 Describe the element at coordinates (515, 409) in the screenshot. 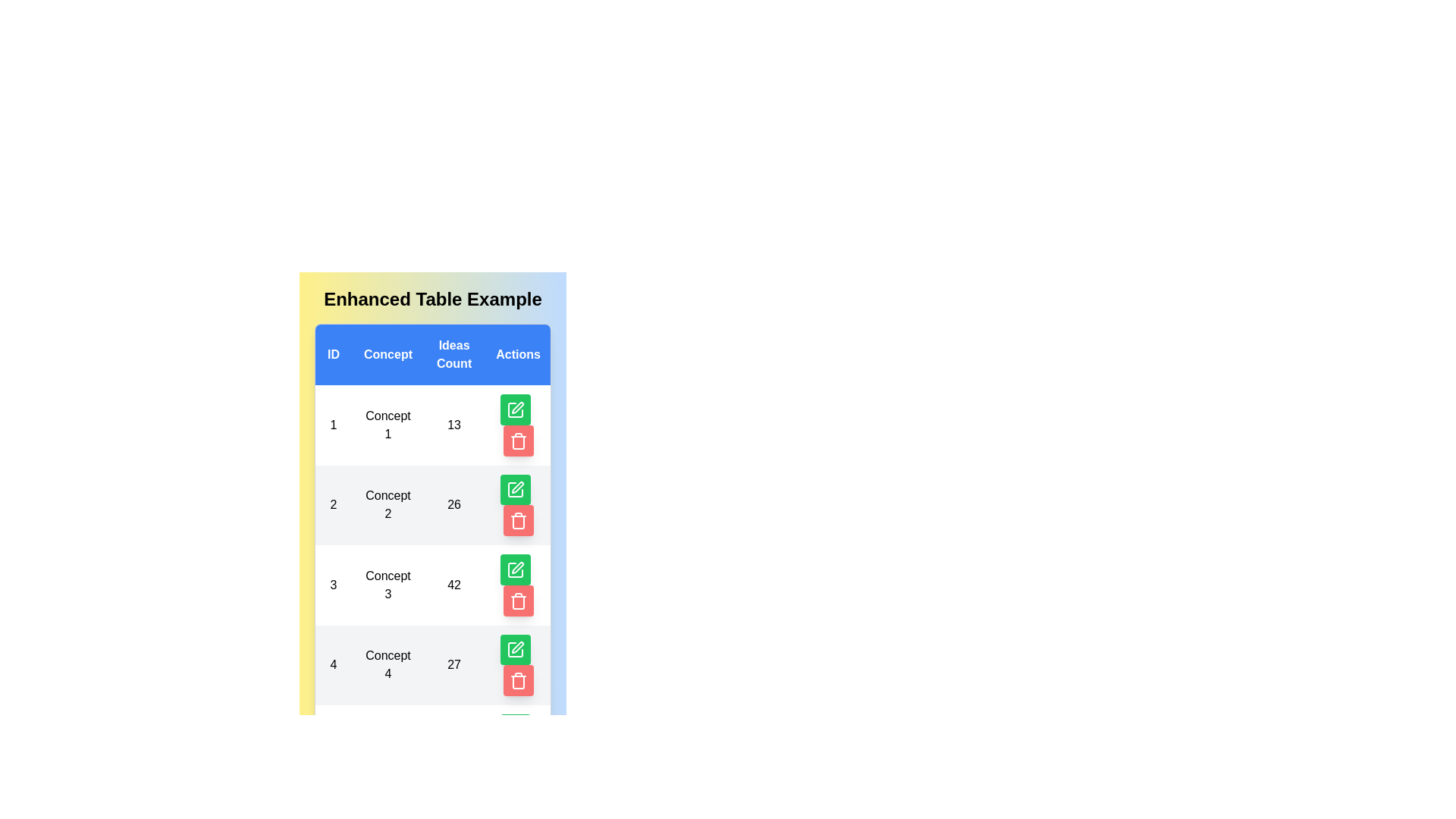

I see `the edit button for the first row to reveal its tooltip` at that location.